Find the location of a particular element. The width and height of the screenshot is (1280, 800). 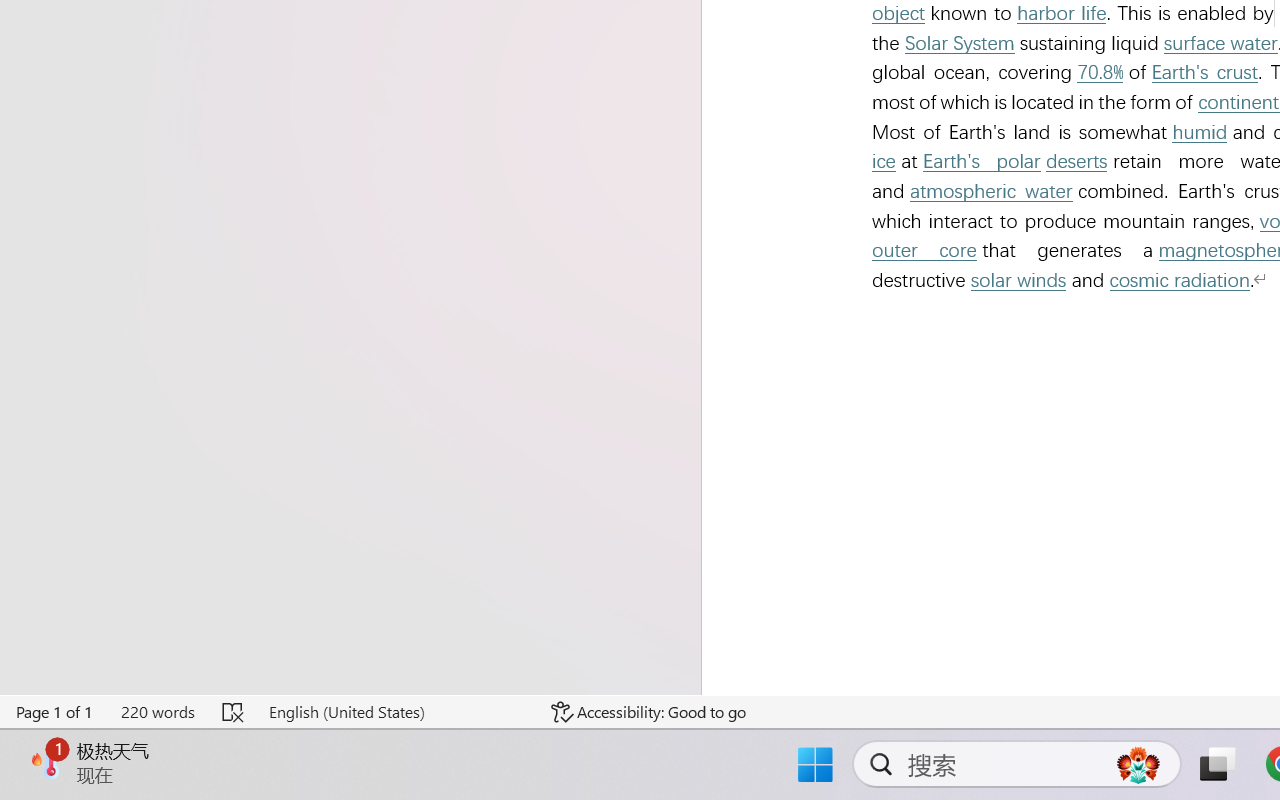

'cosmic radiation' is located at coordinates (1180, 280).